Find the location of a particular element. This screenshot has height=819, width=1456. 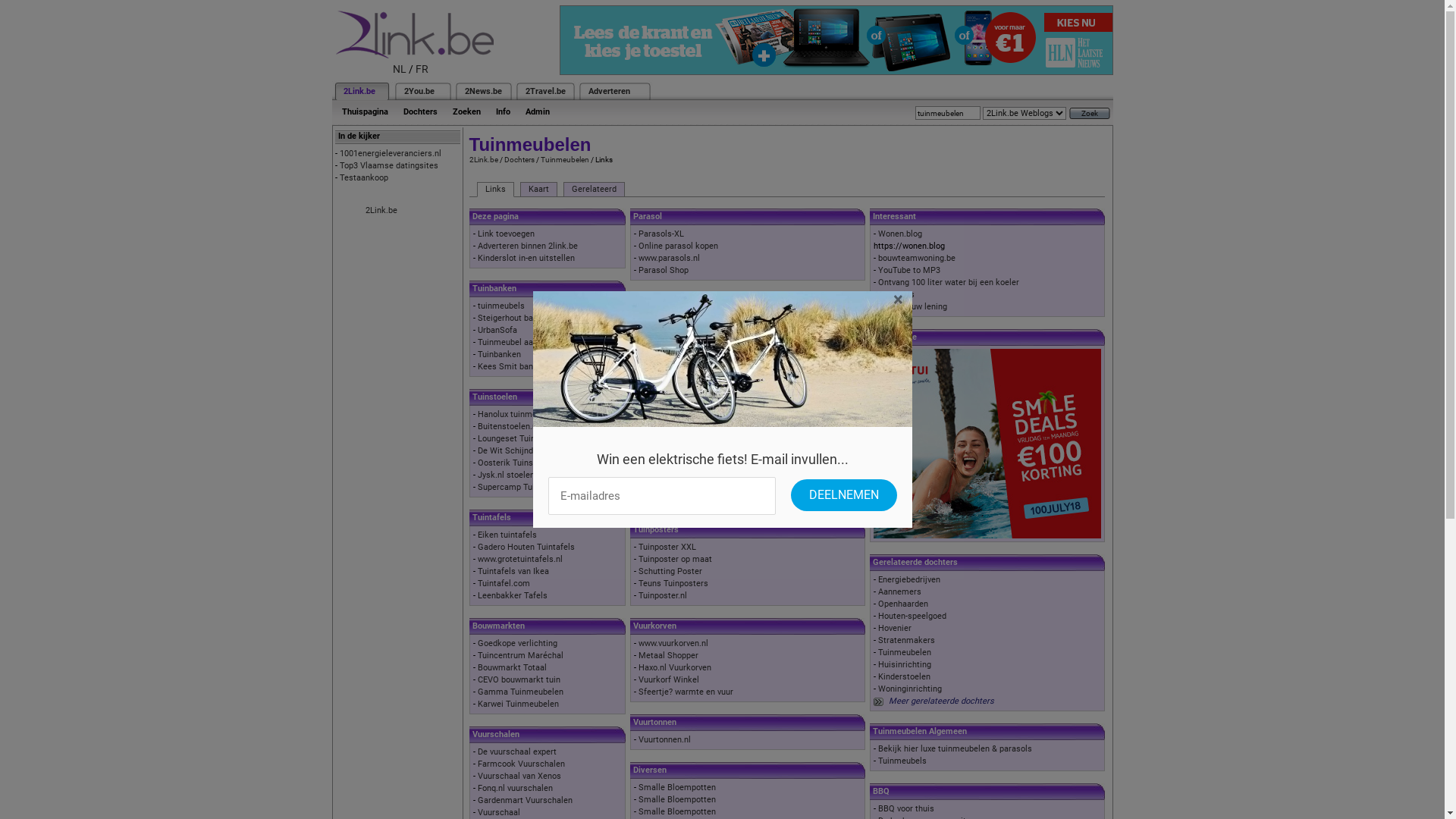

'Karwei Tuinmeubelen' is located at coordinates (518, 704).